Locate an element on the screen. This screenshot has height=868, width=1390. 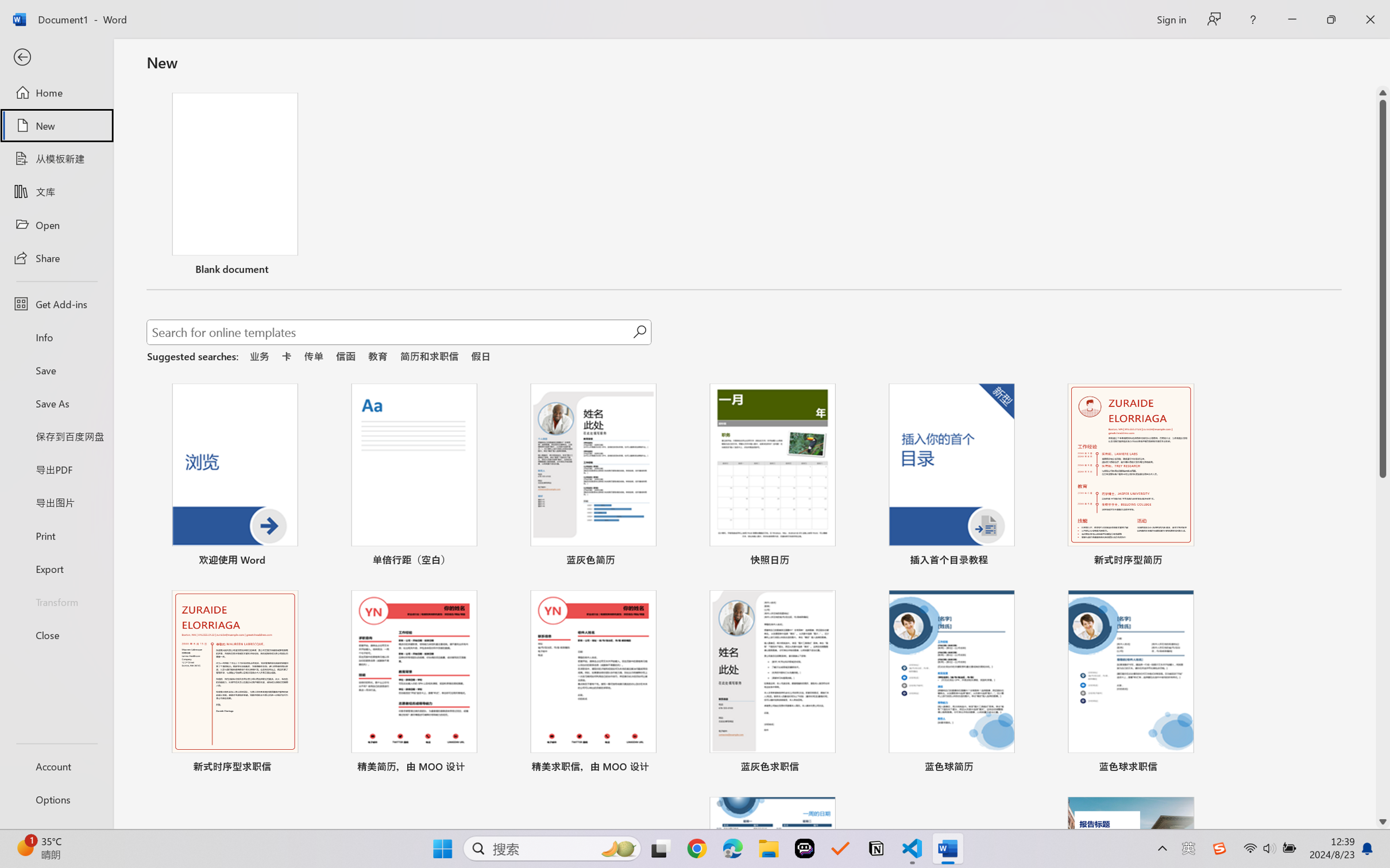
'New' is located at coordinates (56, 125).